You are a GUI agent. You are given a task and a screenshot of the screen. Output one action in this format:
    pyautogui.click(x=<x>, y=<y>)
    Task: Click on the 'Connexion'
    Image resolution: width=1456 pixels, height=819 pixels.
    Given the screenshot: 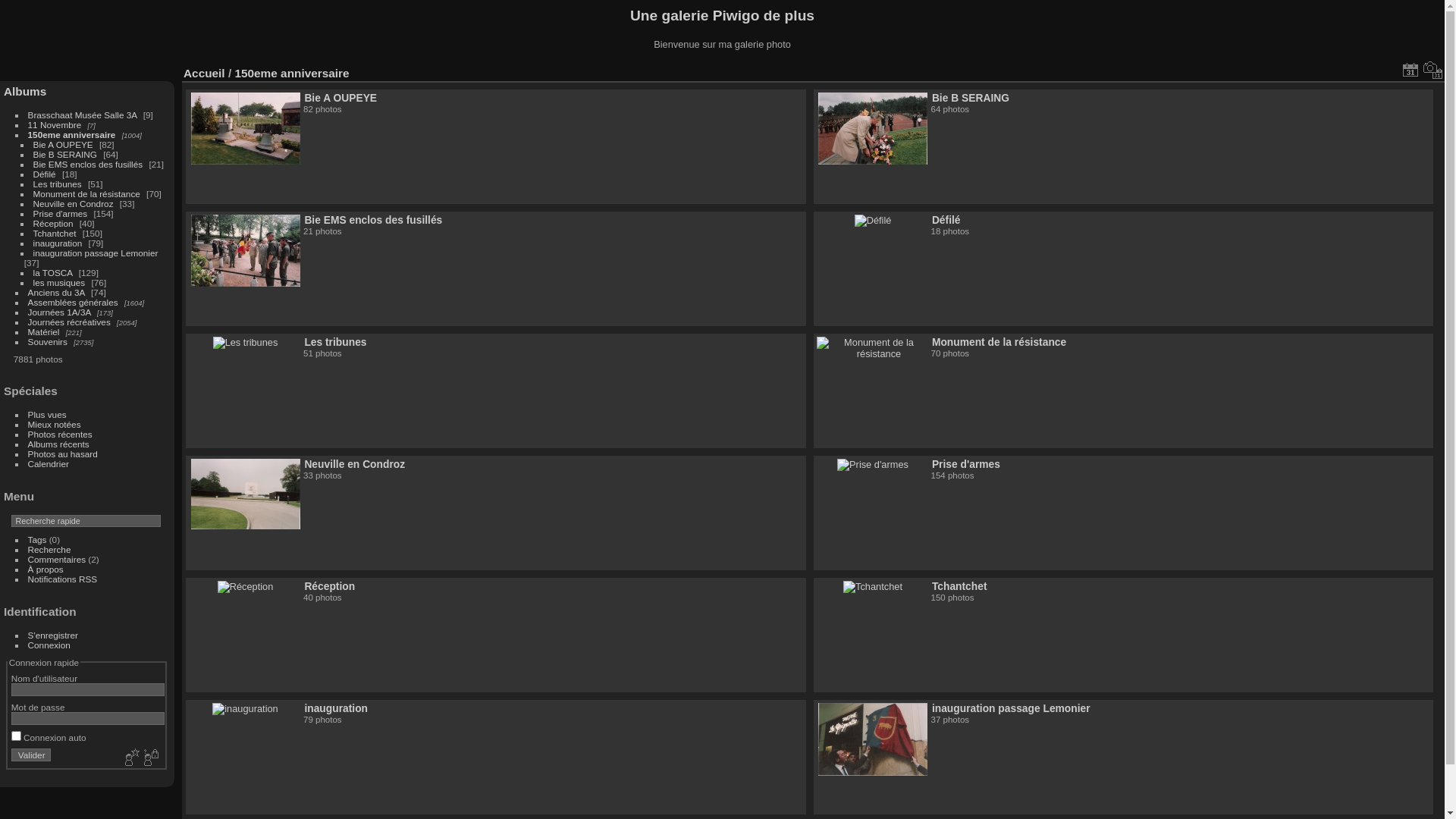 What is the action you would take?
    pyautogui.click(x=49, y=645)
    